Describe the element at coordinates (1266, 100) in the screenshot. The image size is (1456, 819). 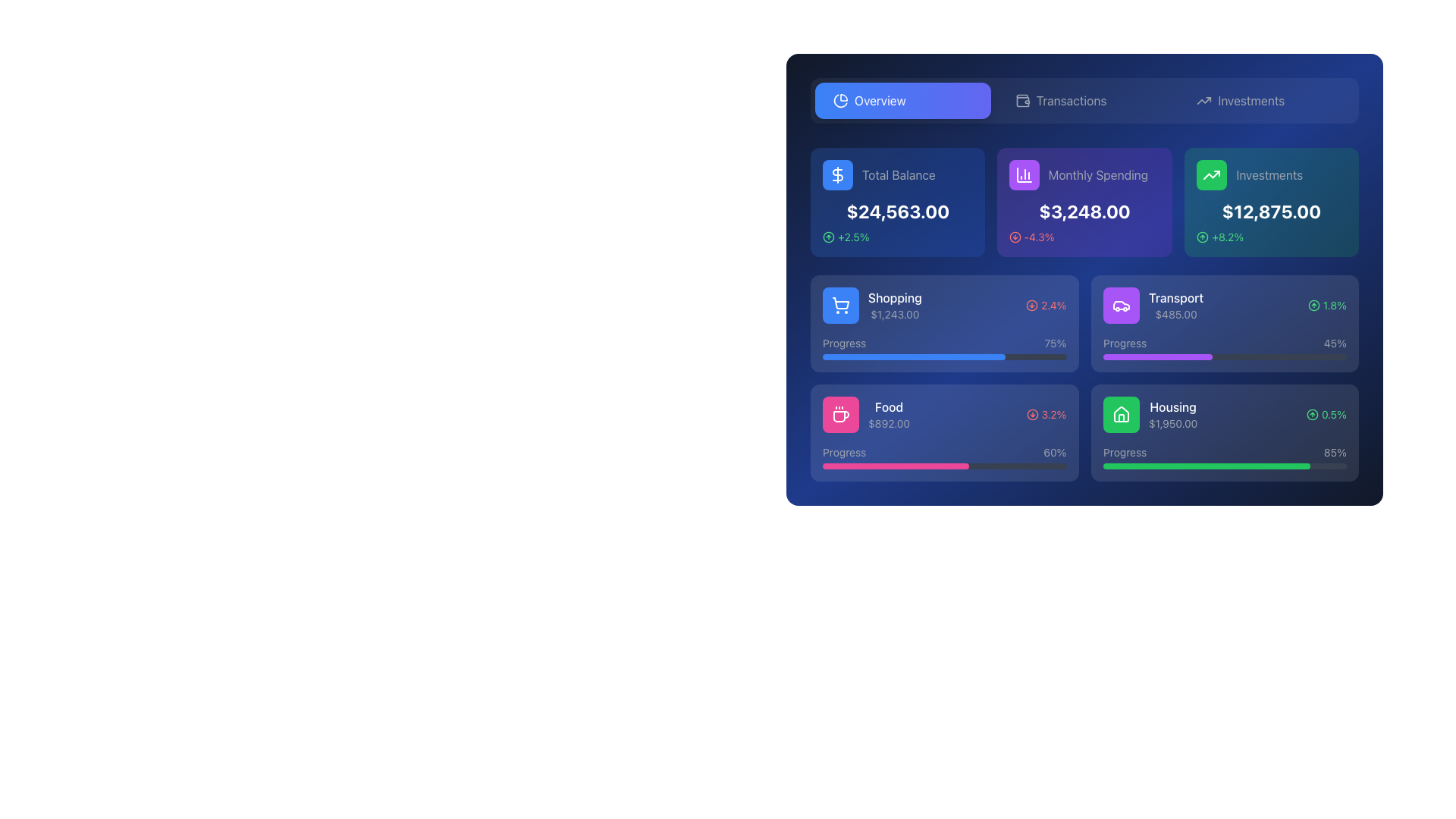
I see `the 'Investments' button, which is the third button in a row of three, styled with gray text and an upward trending line icon` at that location.